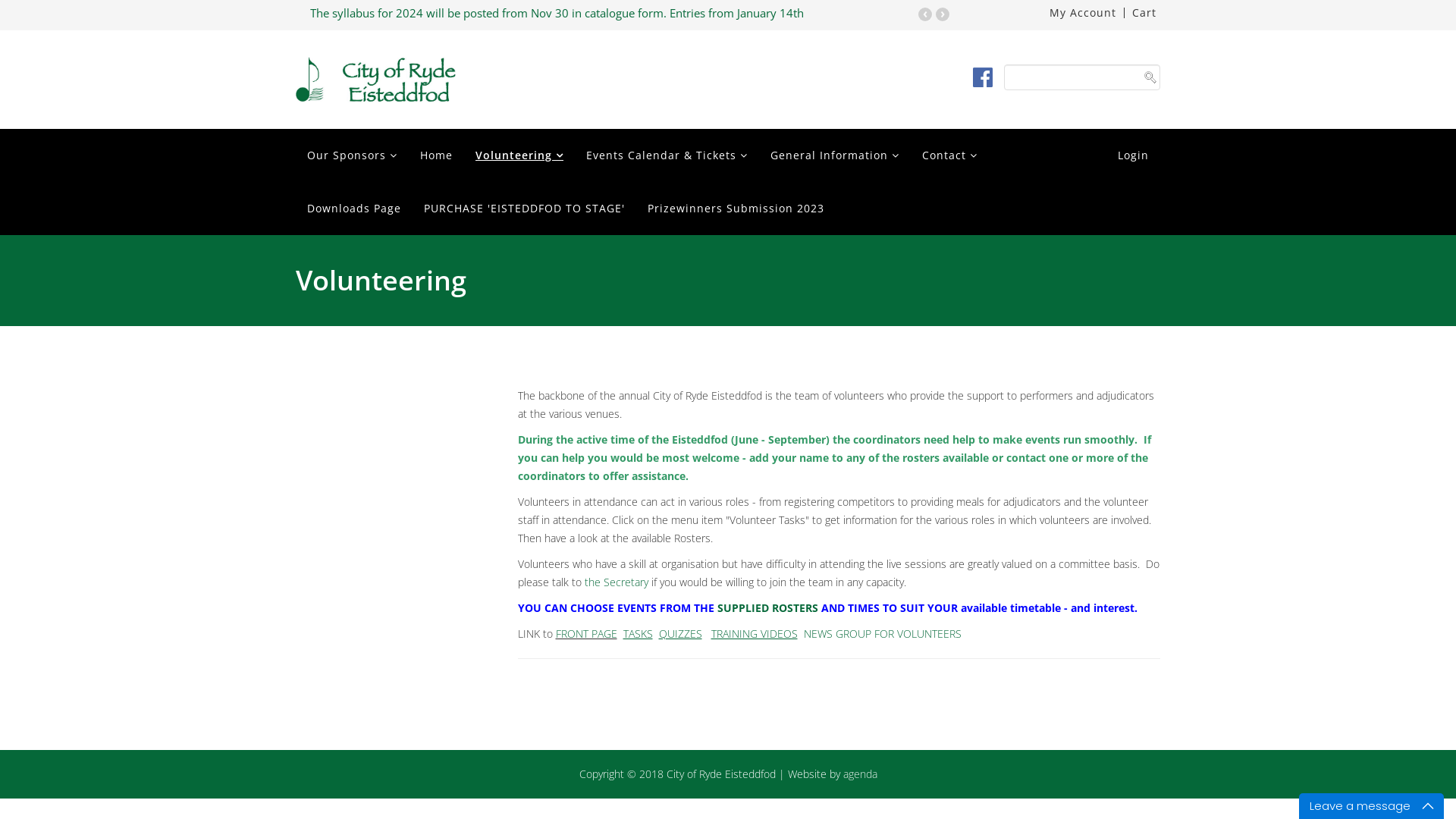 The height and width of the screenshot is (819, 1456). Describe the element at coordinates (833, 155) in the screenshot. I see `'General Information'` at that location.